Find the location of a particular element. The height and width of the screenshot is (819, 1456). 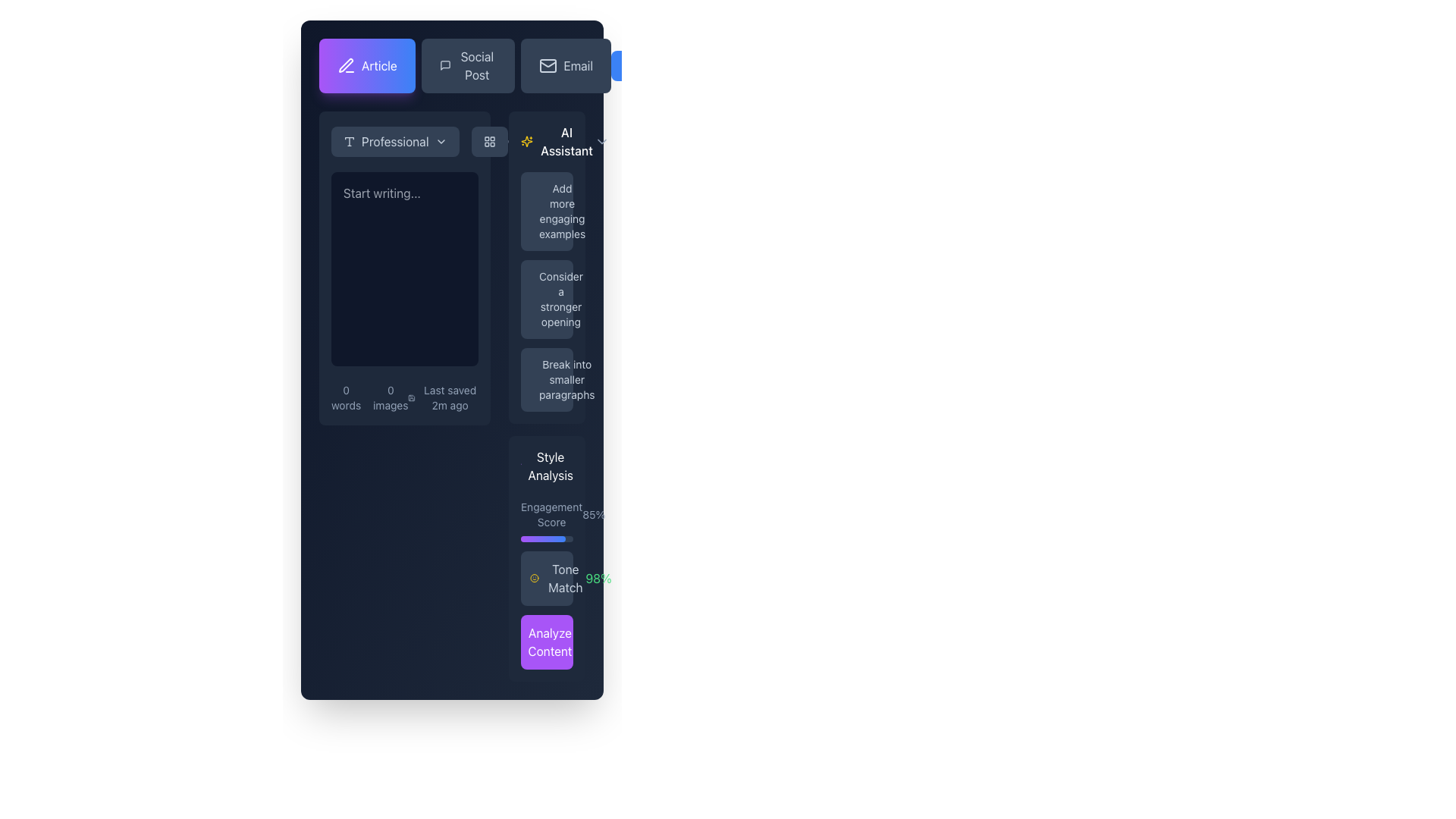

the progression value is located at coordinates (539, 538).